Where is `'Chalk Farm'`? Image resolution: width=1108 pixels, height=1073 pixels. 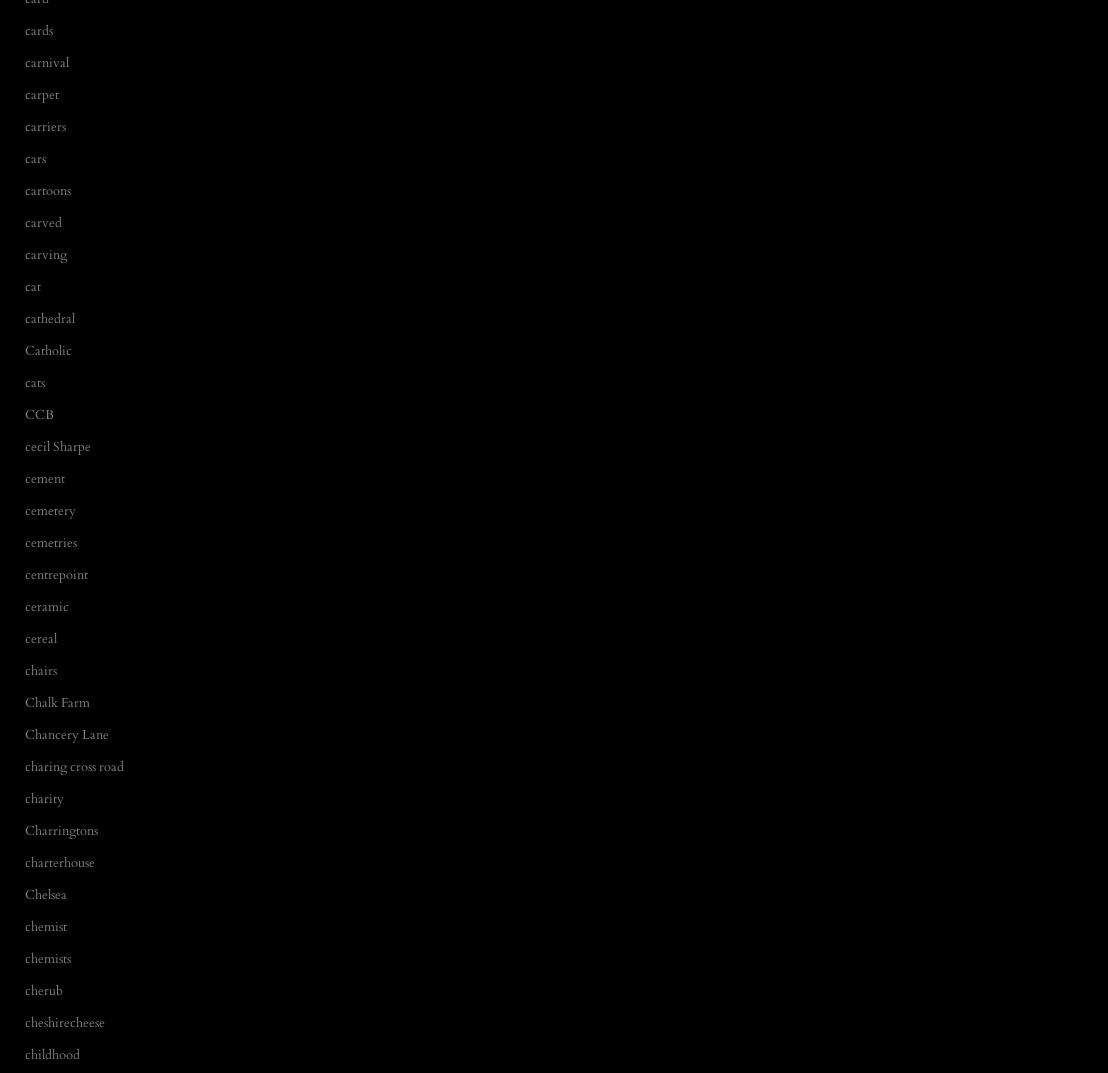 'Chalk Farm' is located at coordinates (56, 701).